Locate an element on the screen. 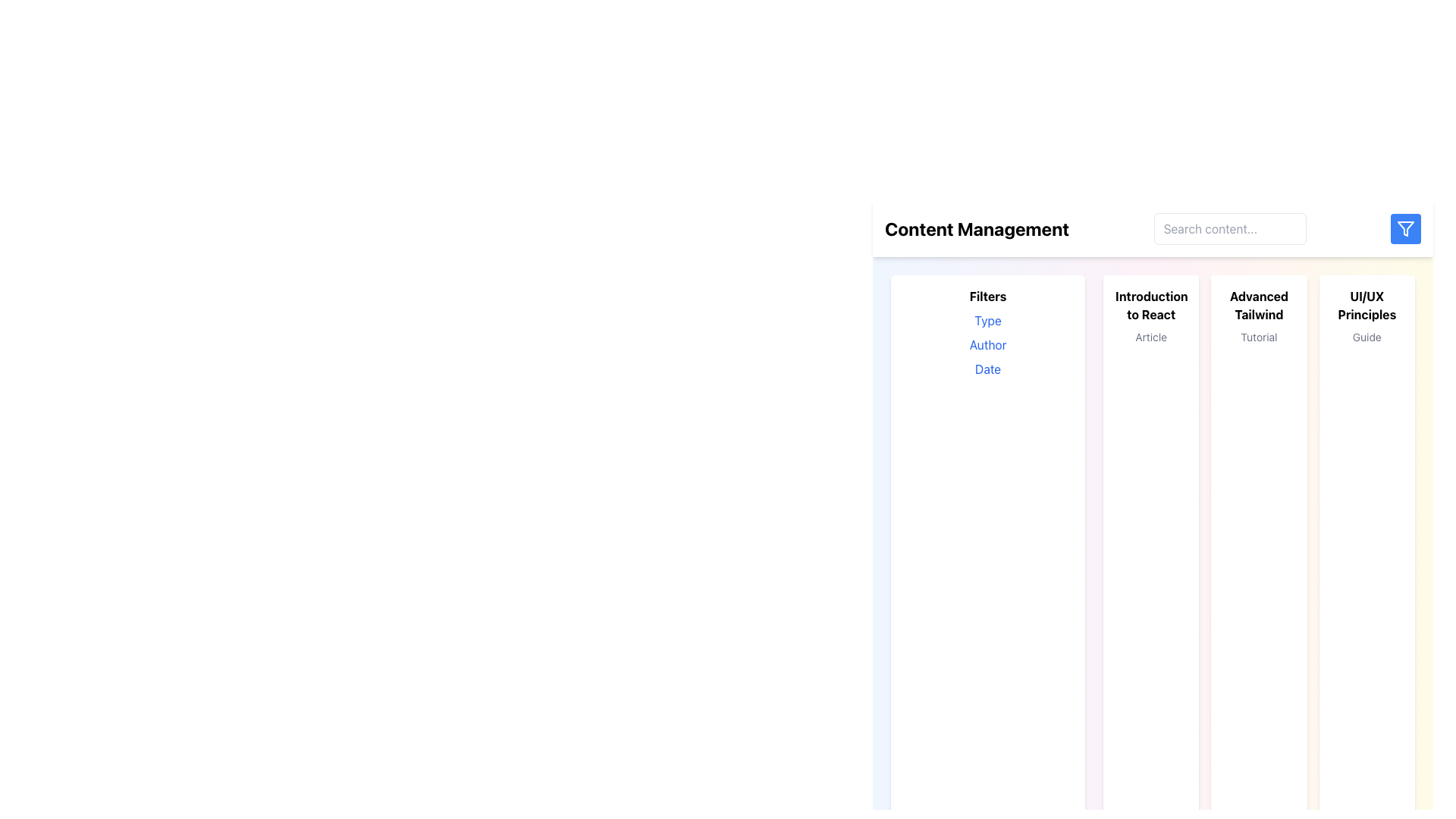 The height and width of the screenshot is (819, 1456). the text label 'Type' styled in blue, which is the first selectable option in the 'Filters' section is located at coordinates (987, 320).